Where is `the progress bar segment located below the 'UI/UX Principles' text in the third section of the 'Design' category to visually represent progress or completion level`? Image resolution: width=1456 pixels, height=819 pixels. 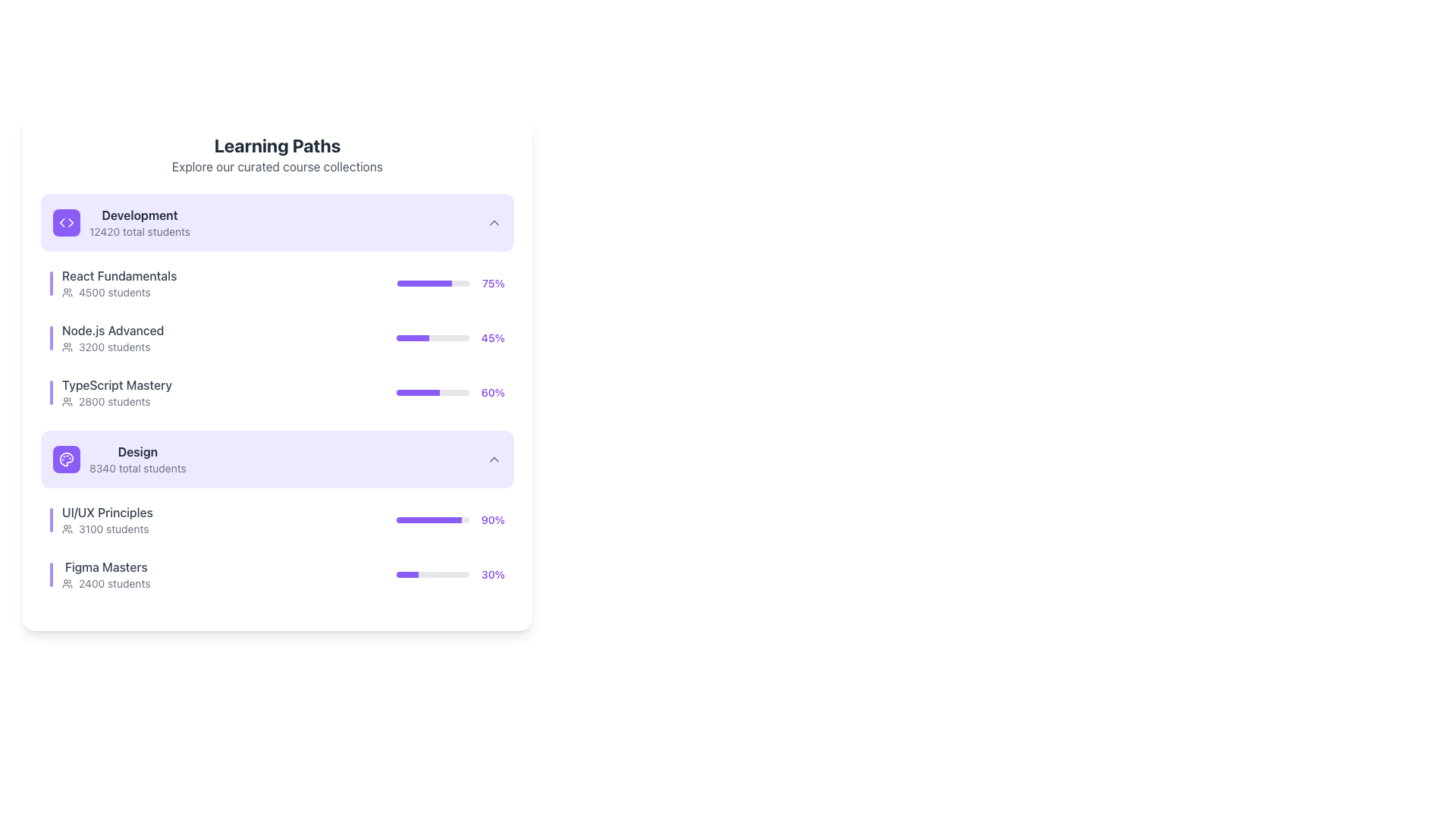
the progress bar segment located below the 'UI/UX Principles' text in the third section of the 'Design' category to visually represent progress or completion level is located at coordinates (428, 519).